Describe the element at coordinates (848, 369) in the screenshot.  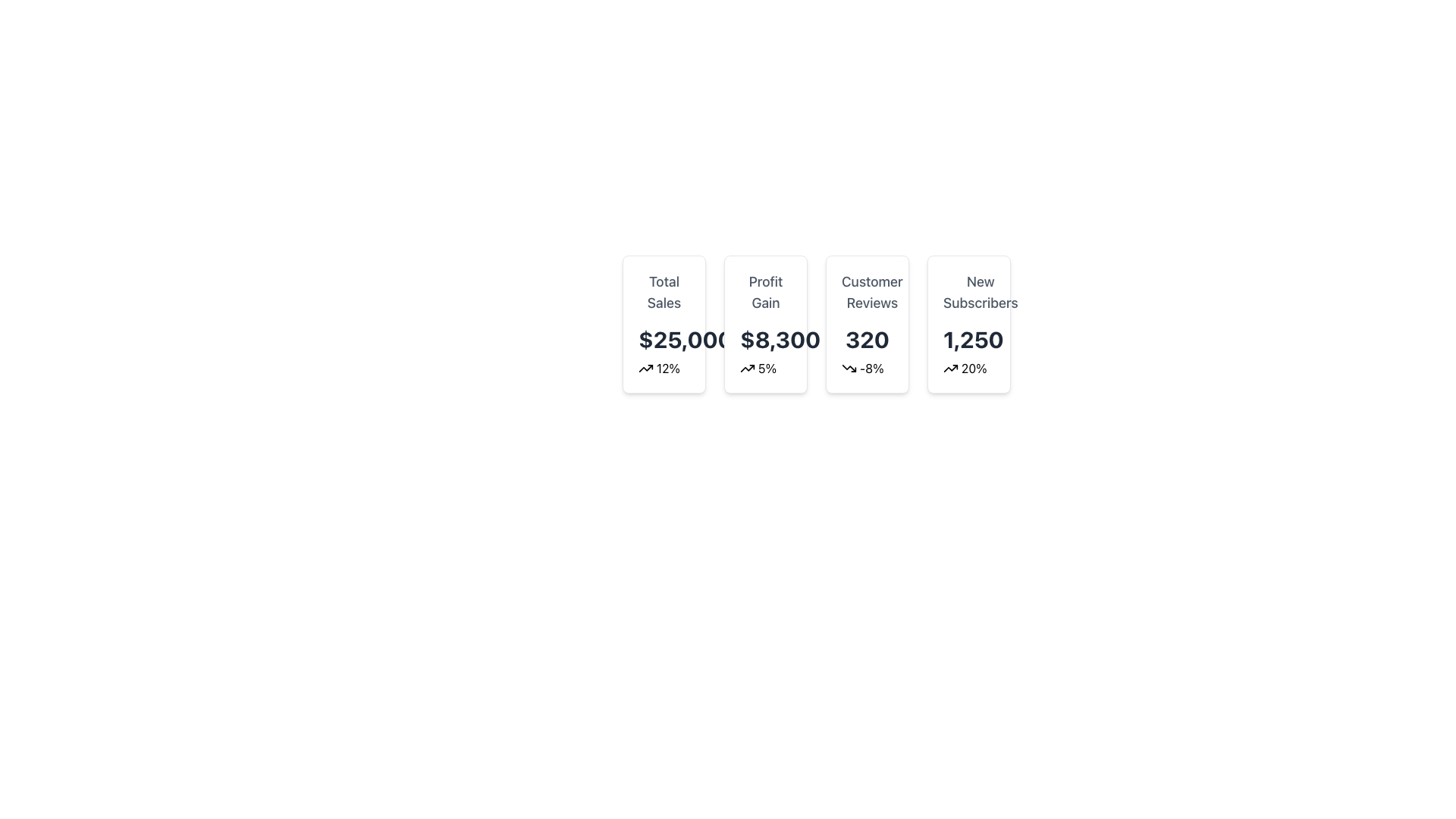
I see `the Decorative Icon, which is a downward trending arrow with a zigzag pattern, located in the lower left corner of the 'Customer Reviews' card, below the numerical value and next to a red color code indicating a negative percentage` at that location.